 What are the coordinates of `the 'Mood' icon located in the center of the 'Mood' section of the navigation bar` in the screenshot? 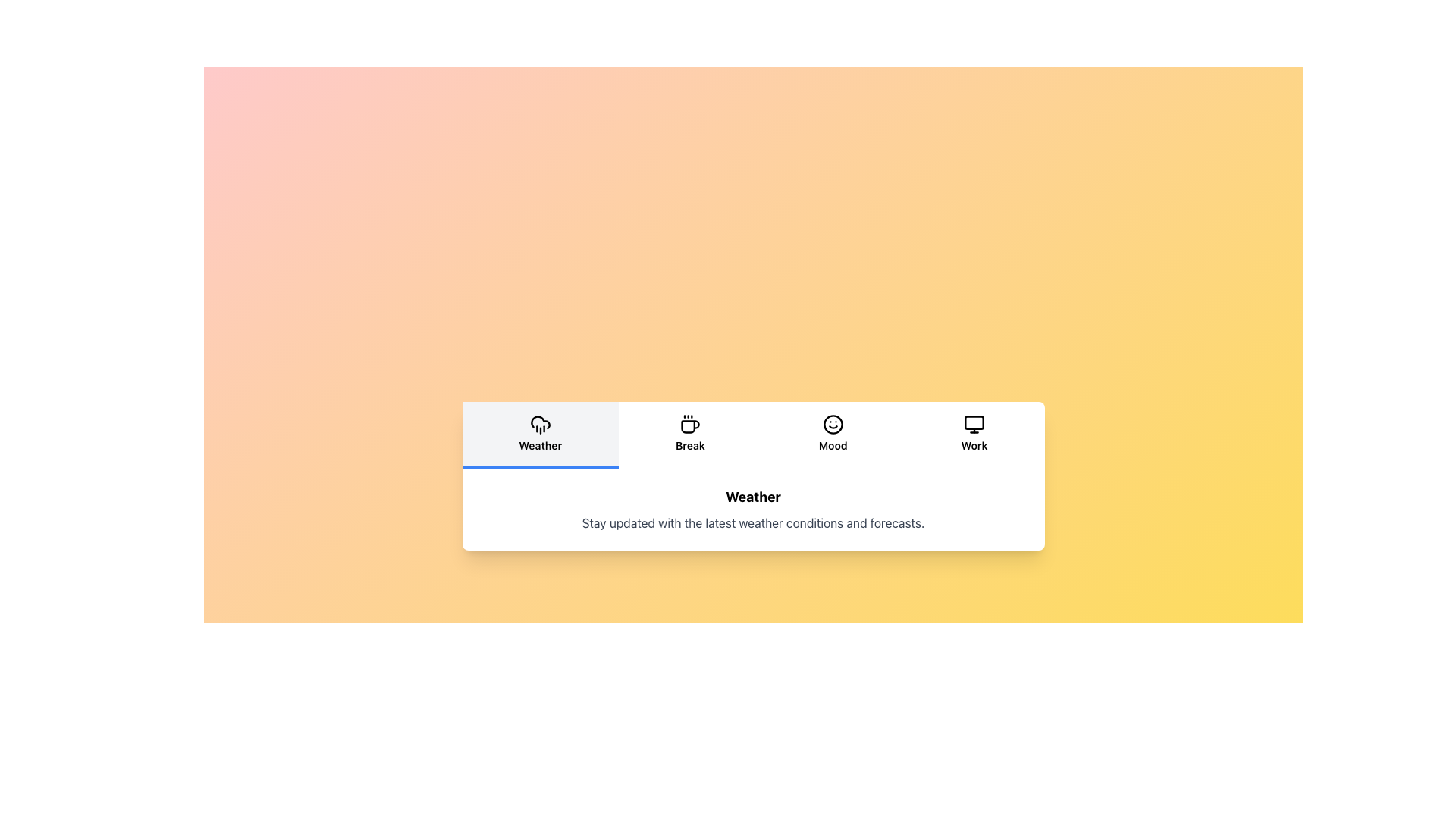 It's located at (832, 424).